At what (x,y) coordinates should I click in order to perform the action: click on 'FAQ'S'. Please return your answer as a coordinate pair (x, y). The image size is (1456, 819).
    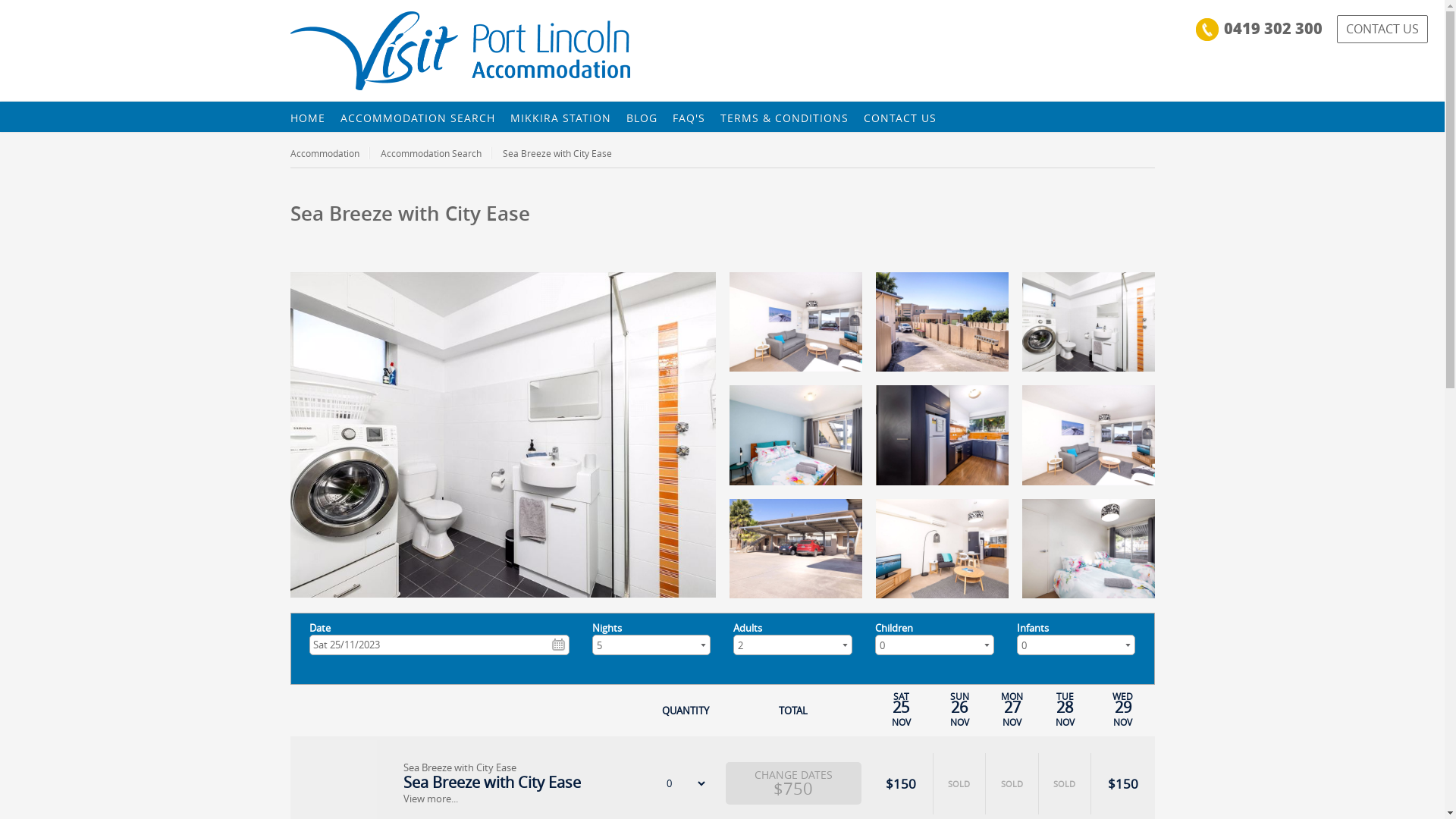
    Looking at the image, I should click on (671, 117).